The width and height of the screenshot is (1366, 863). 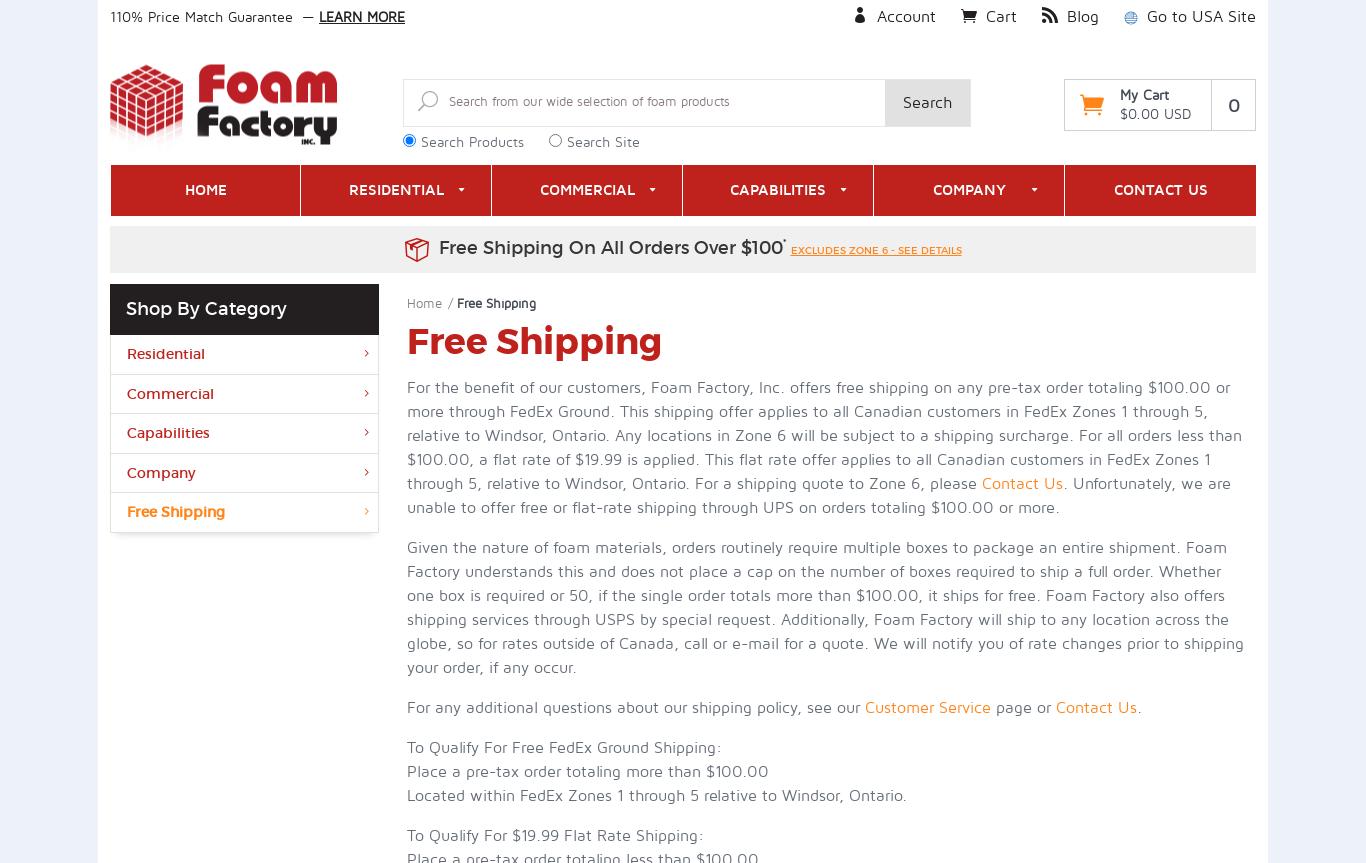 I want to click on 'Go to USA Site', so click(x=1197, y=17).